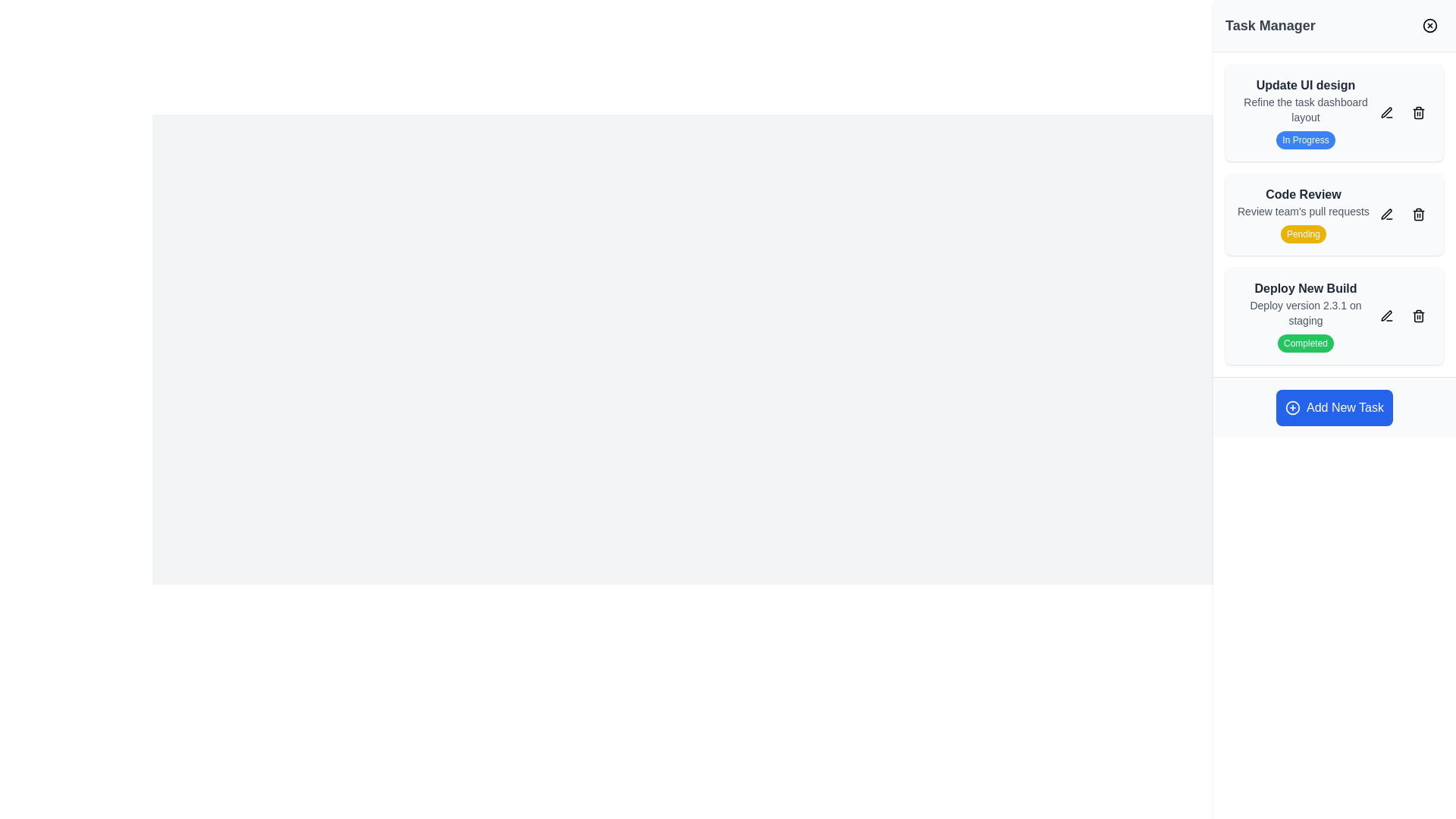 This screenshot has width=1456, height=819. I want to click on the delete icon located at the far right of the 'Deploy New Build' task card in the Task Manager panel, so click(1418, 315).